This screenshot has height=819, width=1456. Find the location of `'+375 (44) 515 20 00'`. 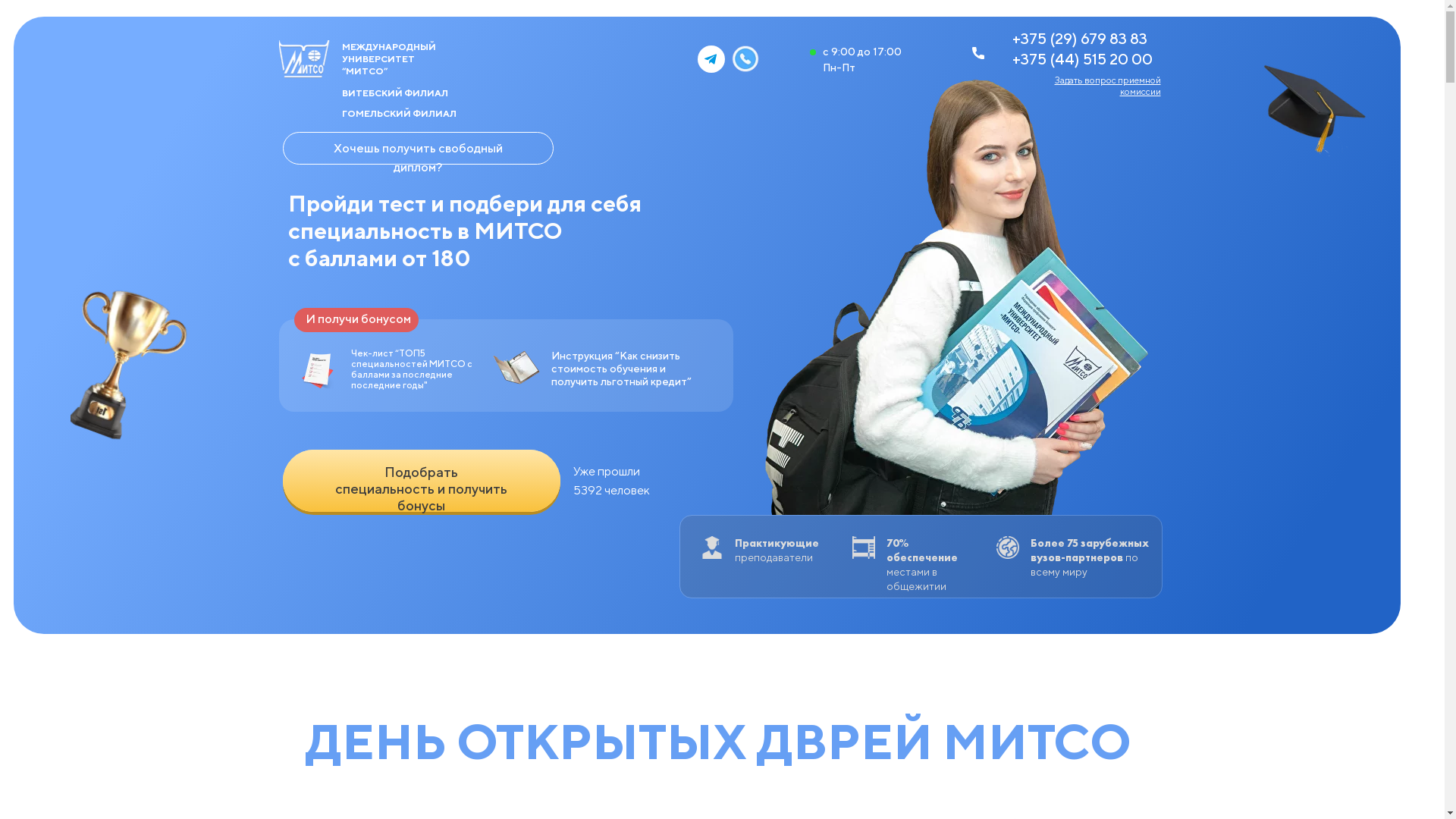

'+375 (44) 515 20 00' is located at coordinates (1081, 58).